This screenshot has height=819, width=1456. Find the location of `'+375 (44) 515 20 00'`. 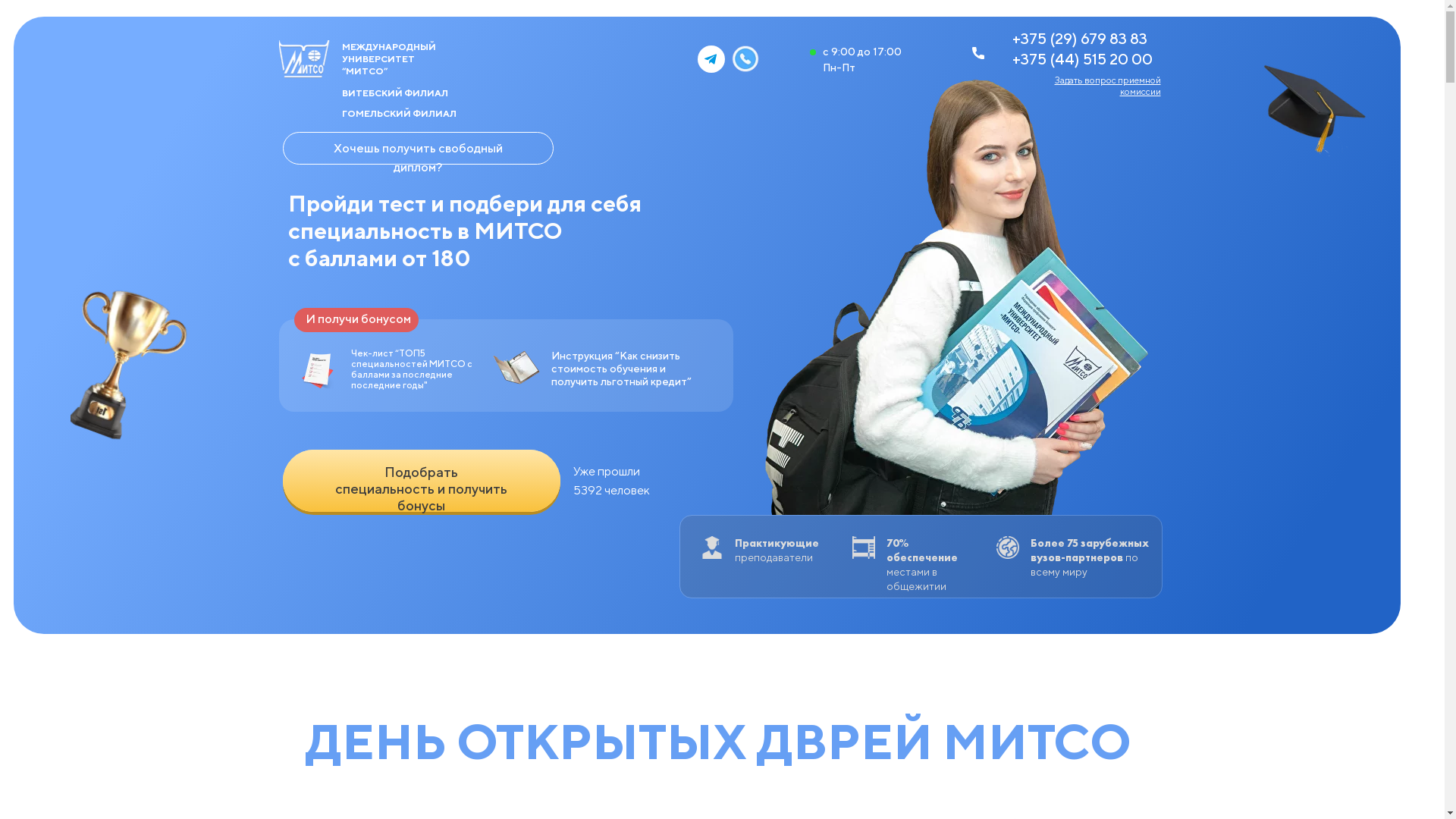

'+375 (44) 515 20 00' is located at coordinates (1081, 58).